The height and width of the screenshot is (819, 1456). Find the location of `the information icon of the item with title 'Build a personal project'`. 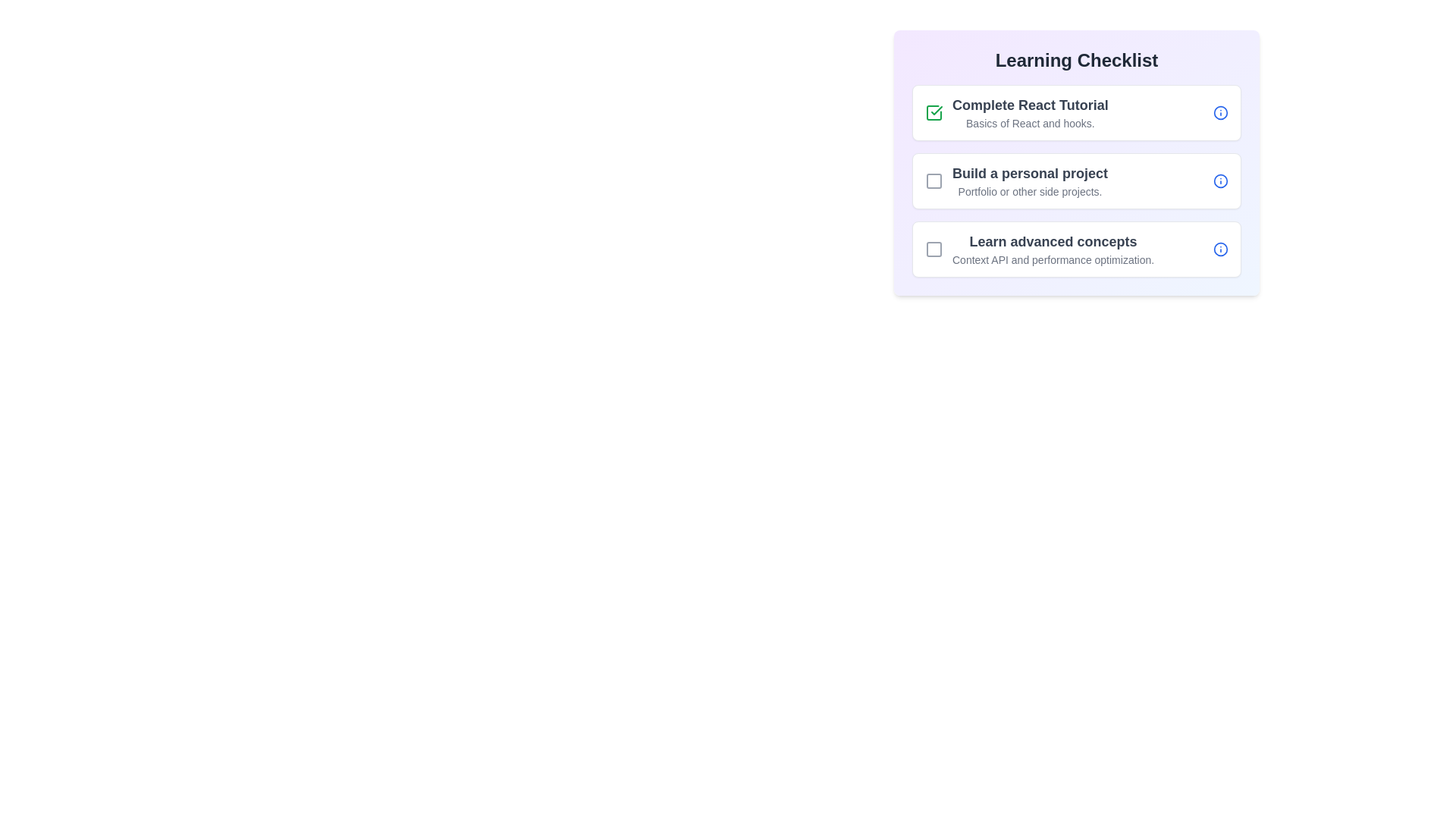

the information icon of the item with title 'Build a personal project' is located at coordinates (1220, 180).